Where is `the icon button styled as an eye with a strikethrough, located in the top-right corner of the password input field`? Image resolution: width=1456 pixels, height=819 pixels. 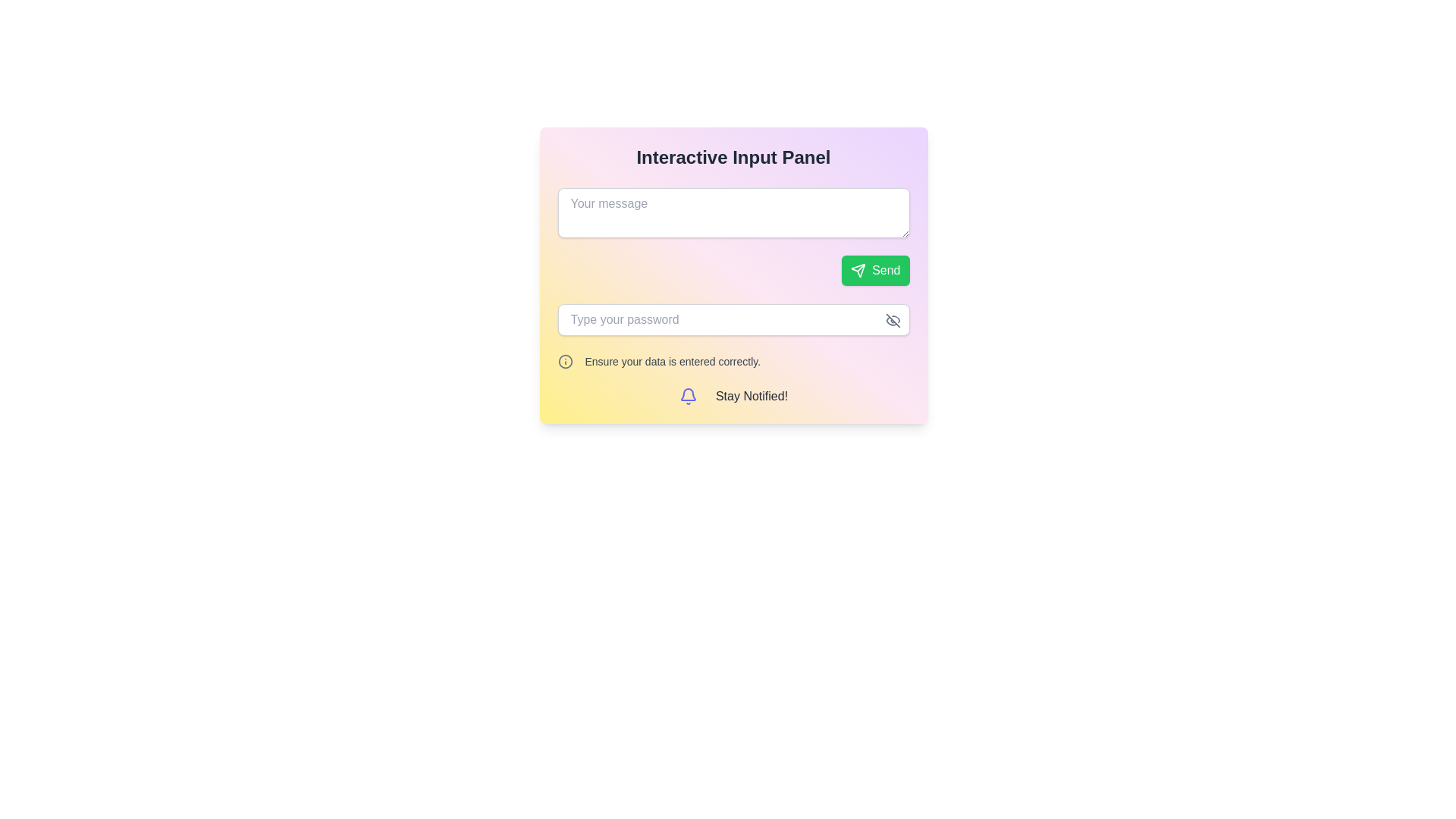
the icon button styled as an eye with a strikethrough, located in the top-right corner of the password input field is located at coordinates (893, 320).